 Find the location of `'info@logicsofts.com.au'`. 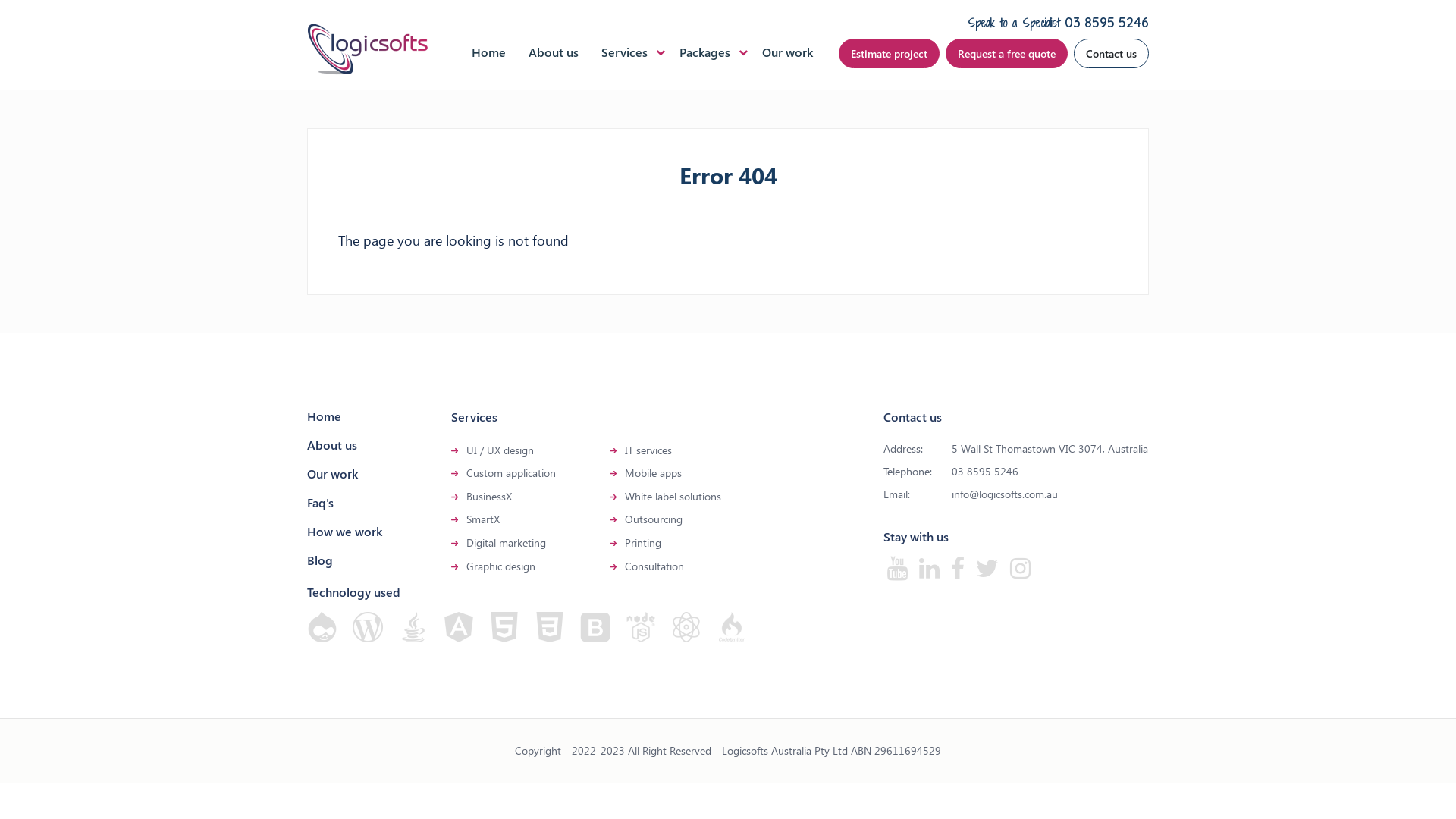

'info@logicsofts.com.au' is located at coordinates (1004, 494).